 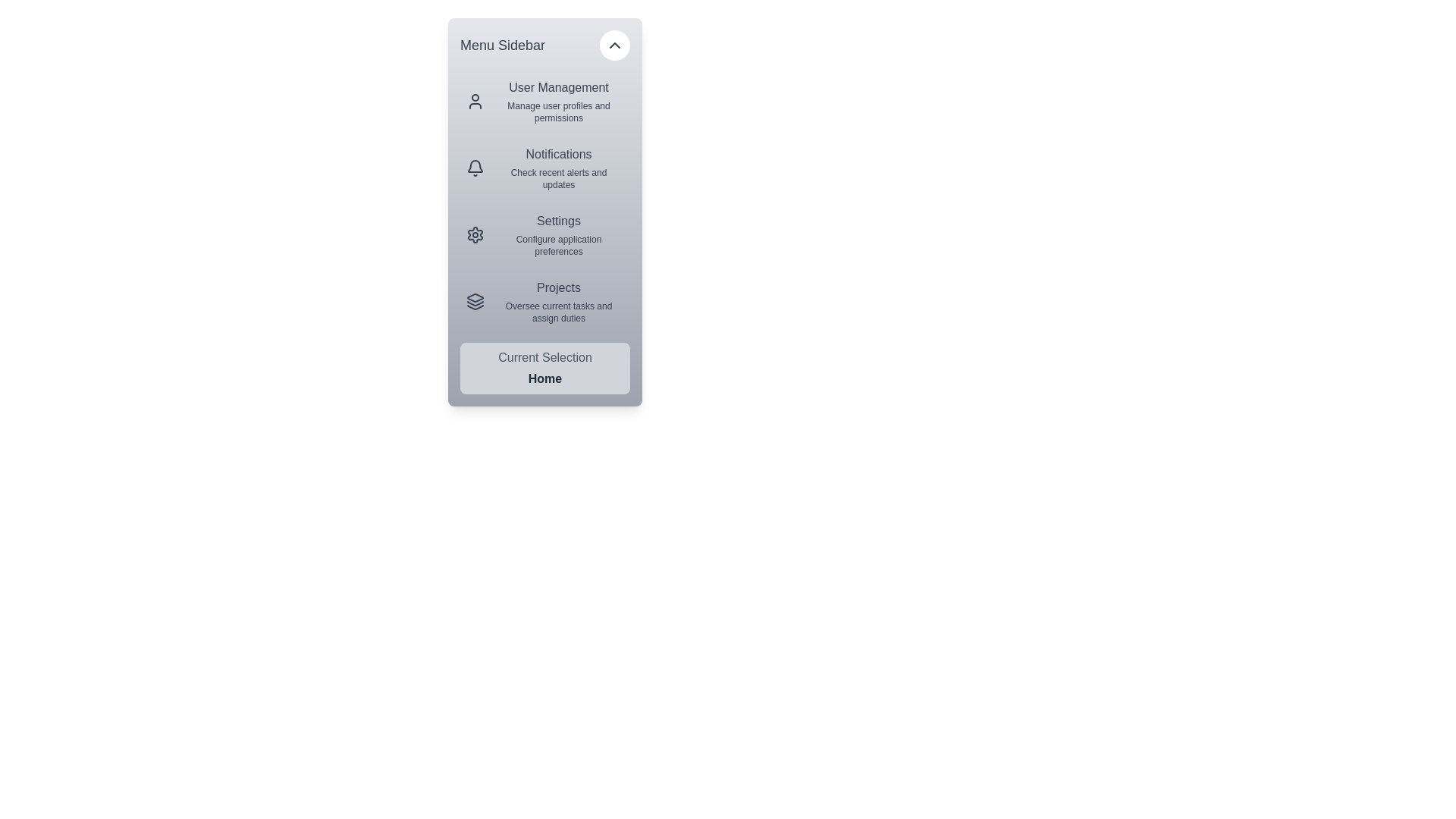 I want to click on the central cogwheel of the gear icon located in the Settings section of the sidebar menu, so click(x=475, y=234).